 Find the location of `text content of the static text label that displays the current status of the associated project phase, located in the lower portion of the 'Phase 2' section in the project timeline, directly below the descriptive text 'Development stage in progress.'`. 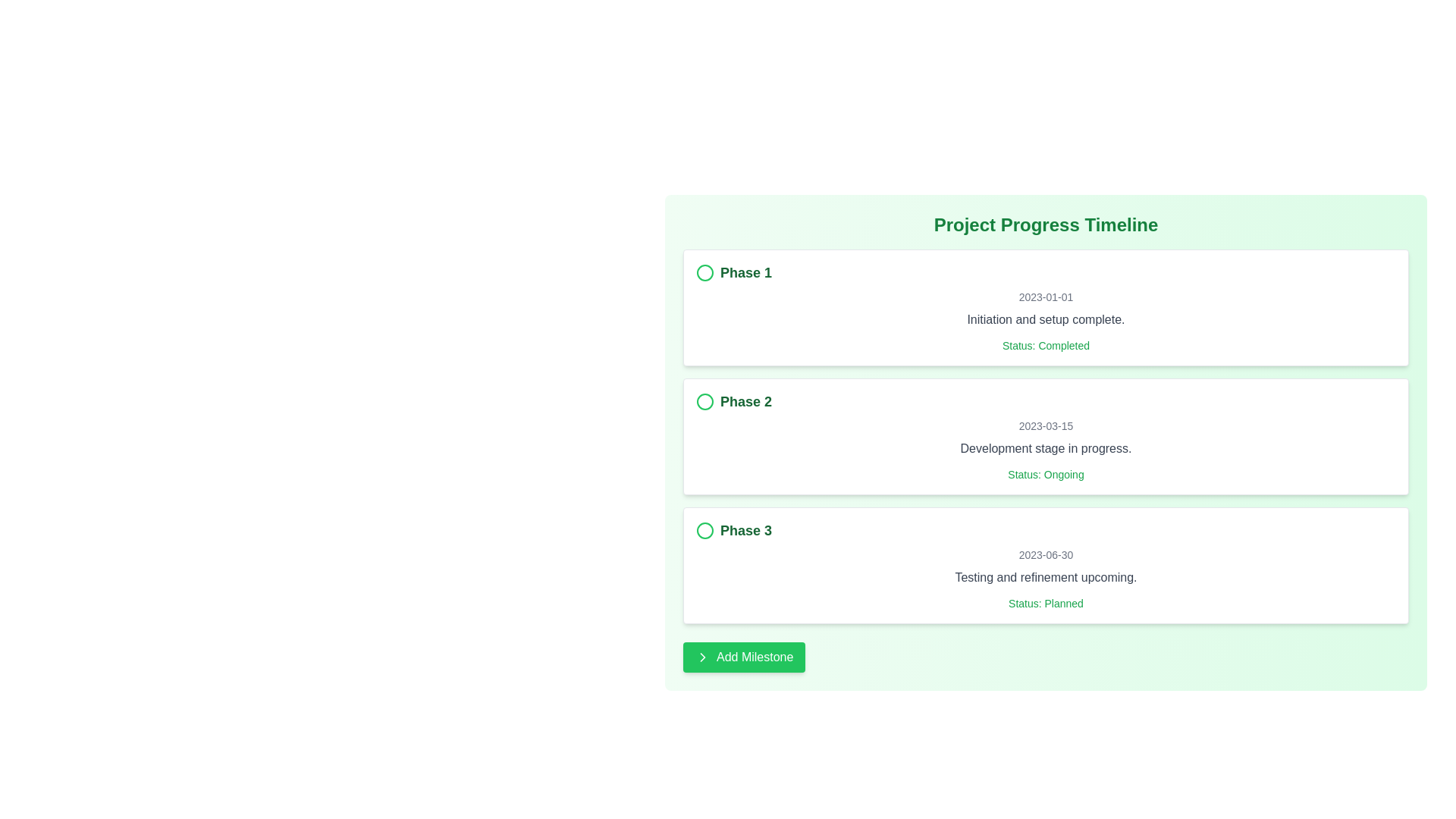

text content of the static text label that displays the current status of the associated project phase, located in the lower portion of the 'Phase 2' section in the project timeline, directly below the descriptive text 'Development stage in progress.' is located at coordinates (1045, 473).